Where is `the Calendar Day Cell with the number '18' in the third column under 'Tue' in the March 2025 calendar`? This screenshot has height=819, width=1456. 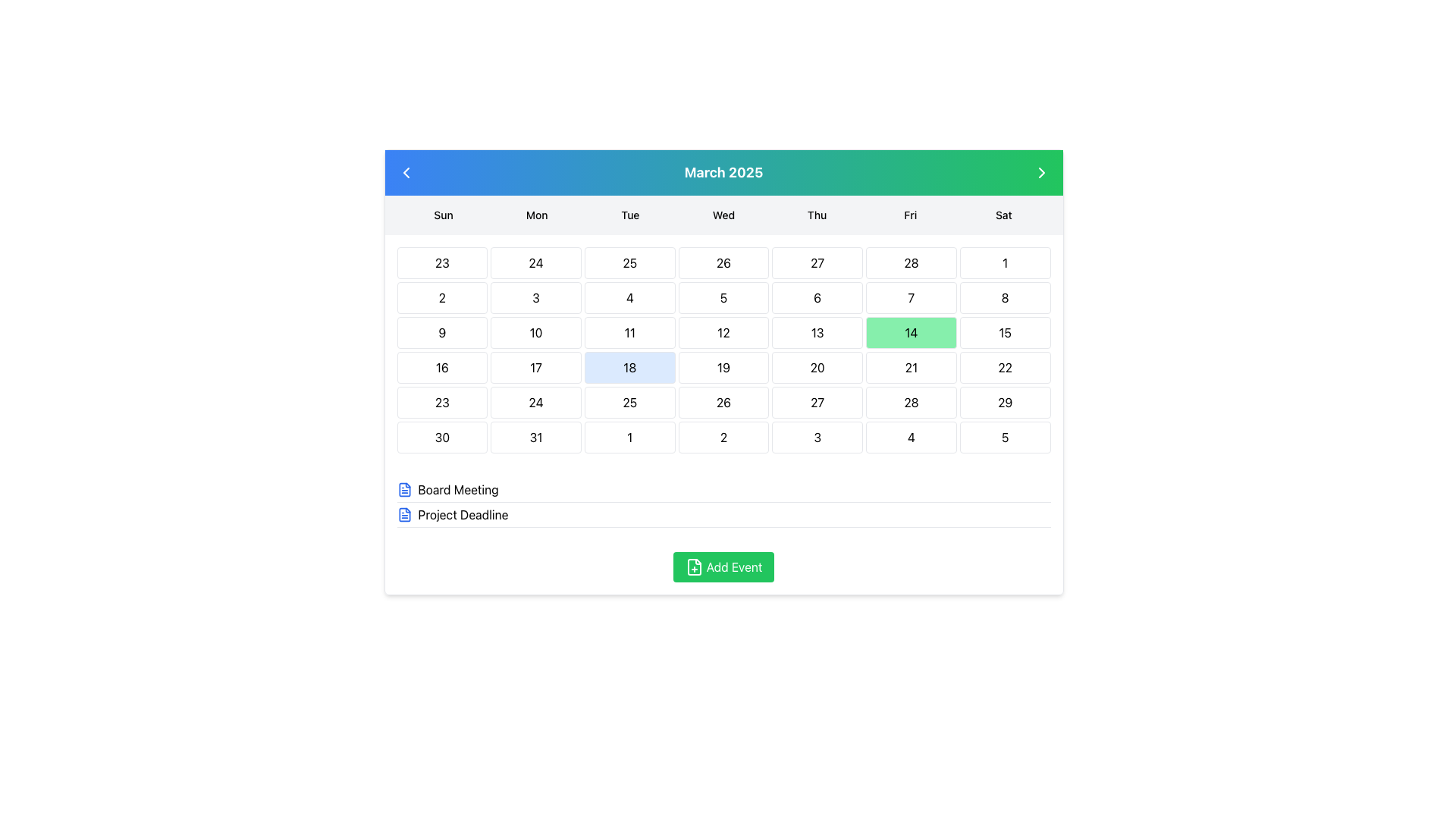 the Calendar Day Cell with the number '18' in the third column under 'Tue' in the March 2025 calendar is located at coordinates (629, 368).